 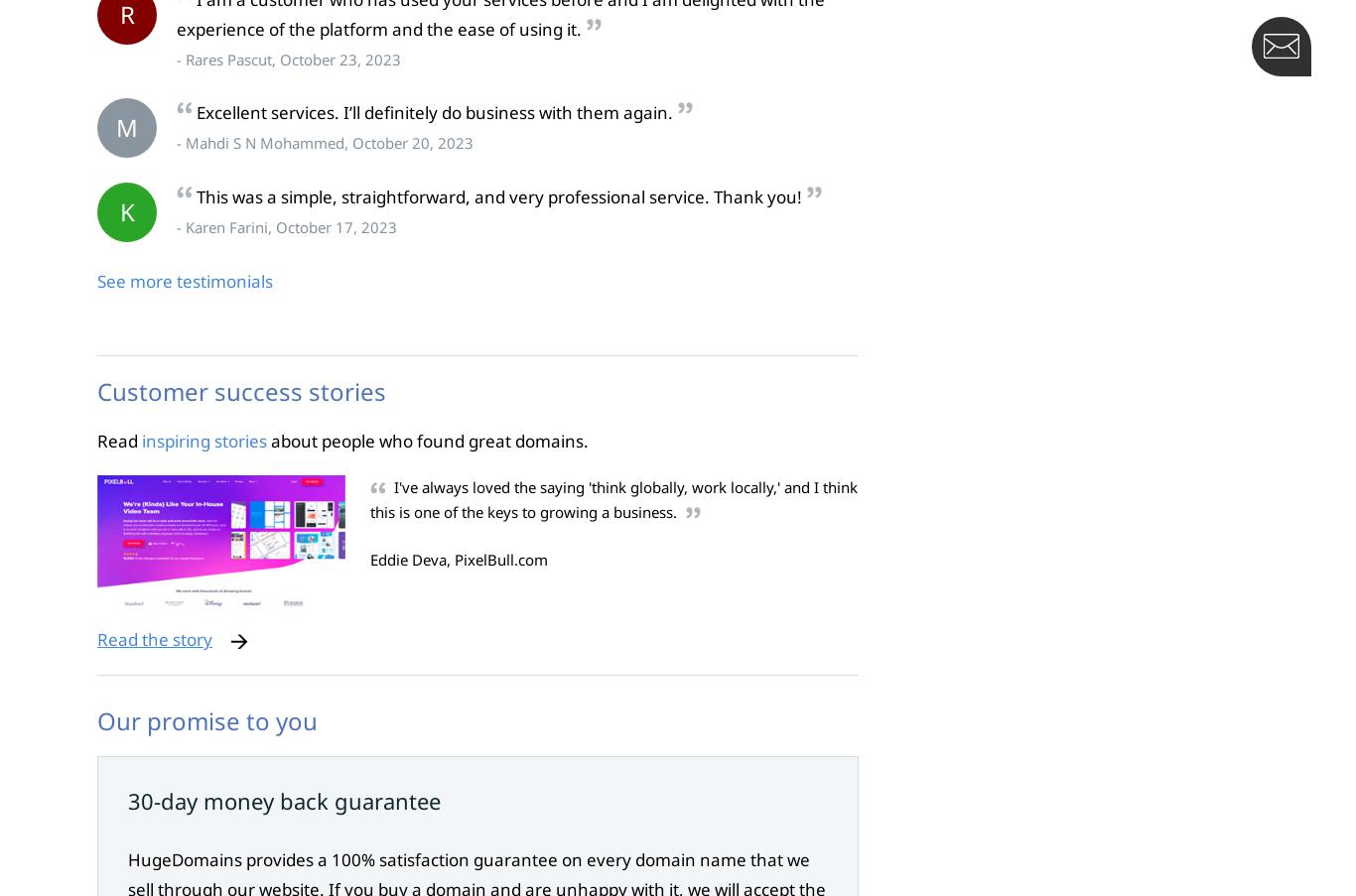 What do you see at coordinates (325, 142) in the screenshot?
I see `'- Mahdi S N Mohammed, October 20, 2023'` at bounding box center [325, 142].